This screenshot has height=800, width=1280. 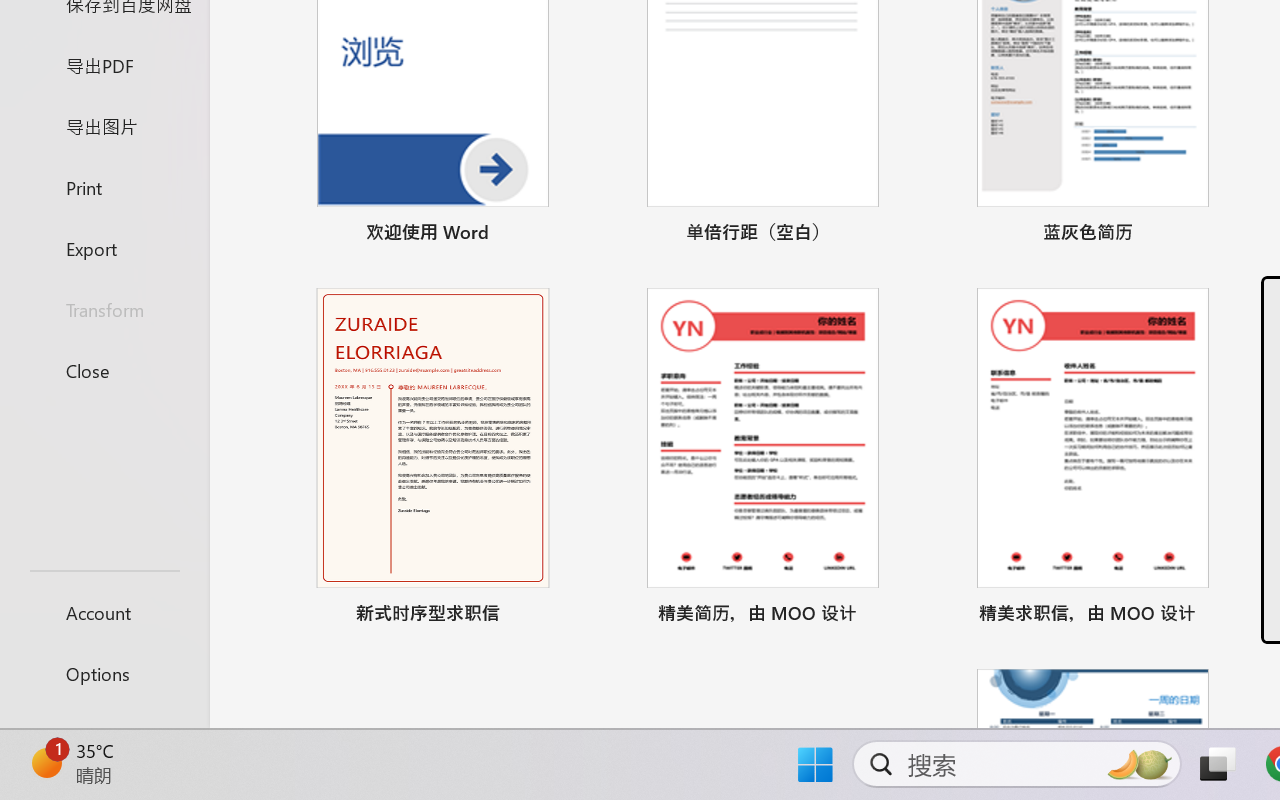 I want to click on 'Export', so click(x=103, y=247).